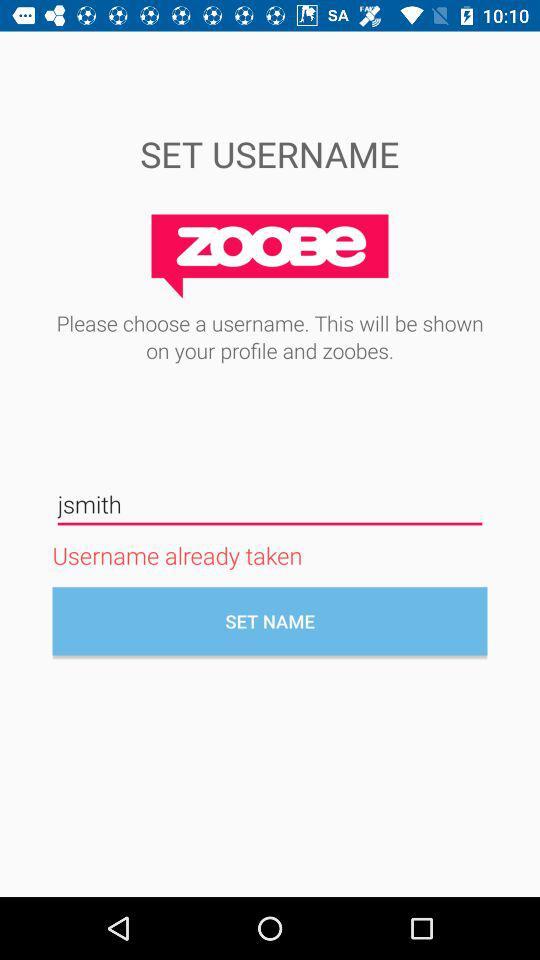 Image resolution: width=540 pixels, height=960 pixels. I want to click on the icon above username already taken icon, so click(270, 503).